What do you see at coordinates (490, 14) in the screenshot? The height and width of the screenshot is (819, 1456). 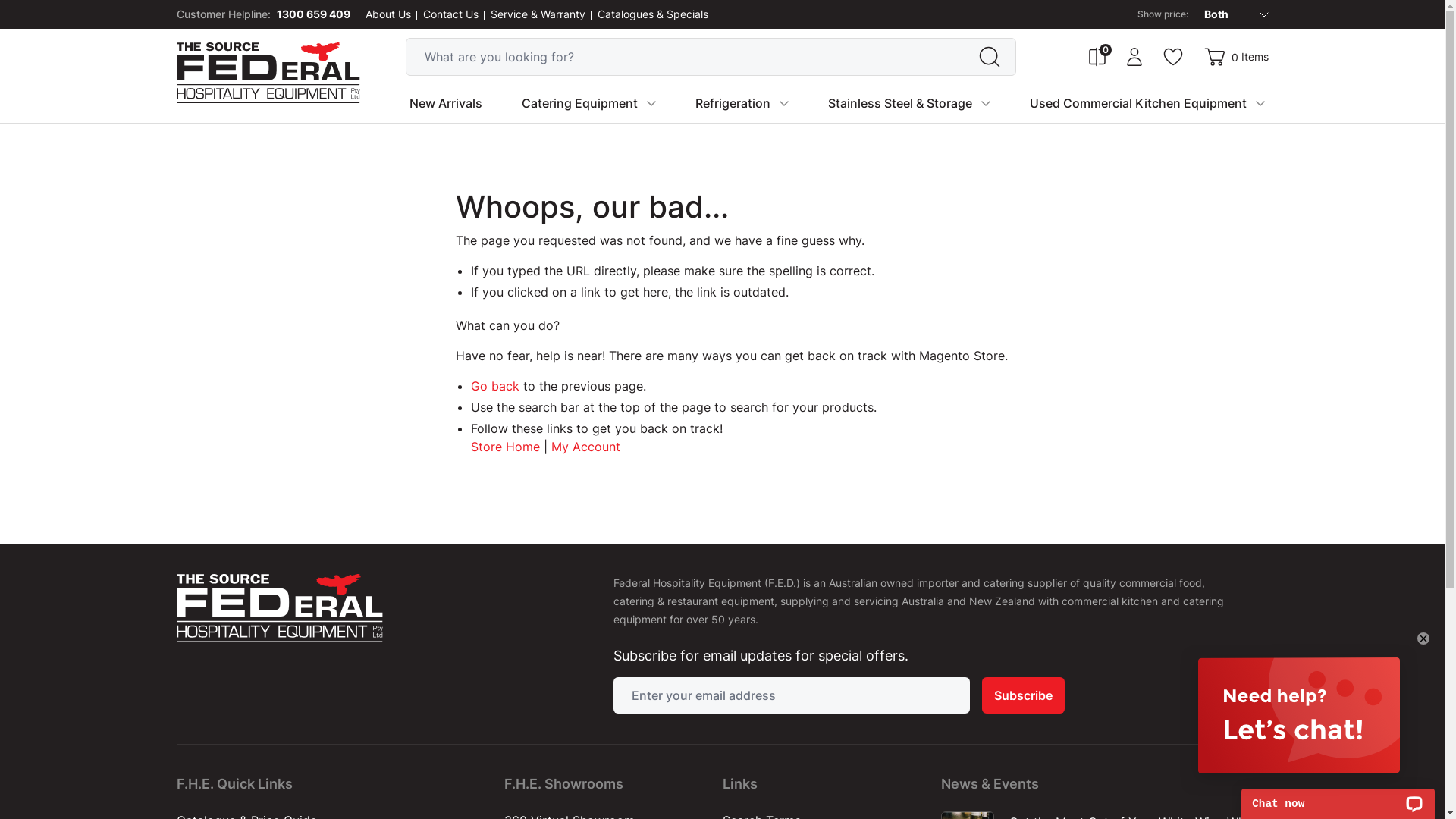 I see `'Service & Warranty'` at bounding box center [490, 14].